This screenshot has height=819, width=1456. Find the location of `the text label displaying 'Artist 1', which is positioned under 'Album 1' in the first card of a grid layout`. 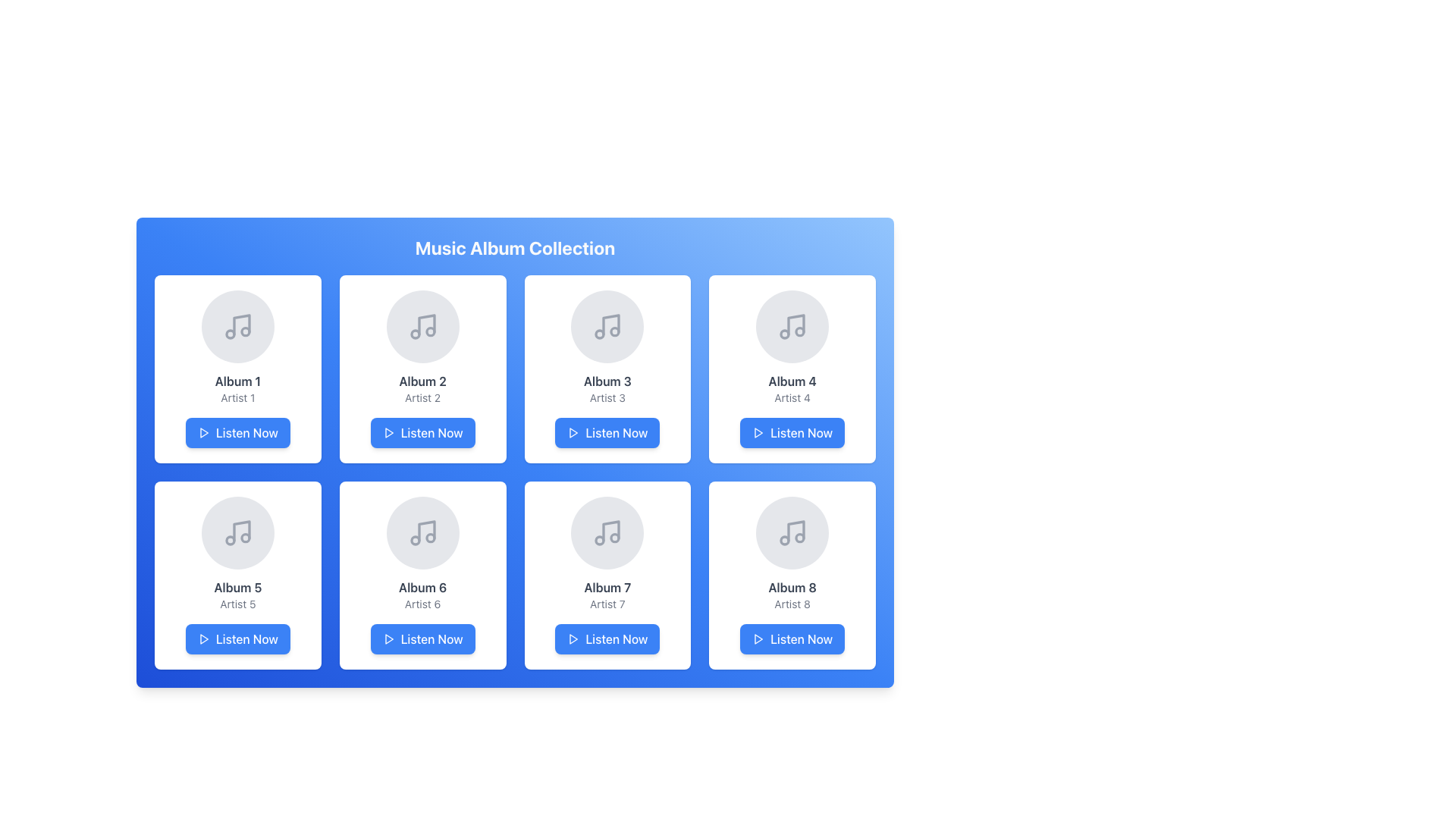

the text label displaying 'Artist 1', which is positioned under 'Album 1' in the first card of a grid layout is located at coordinates (237, 397).